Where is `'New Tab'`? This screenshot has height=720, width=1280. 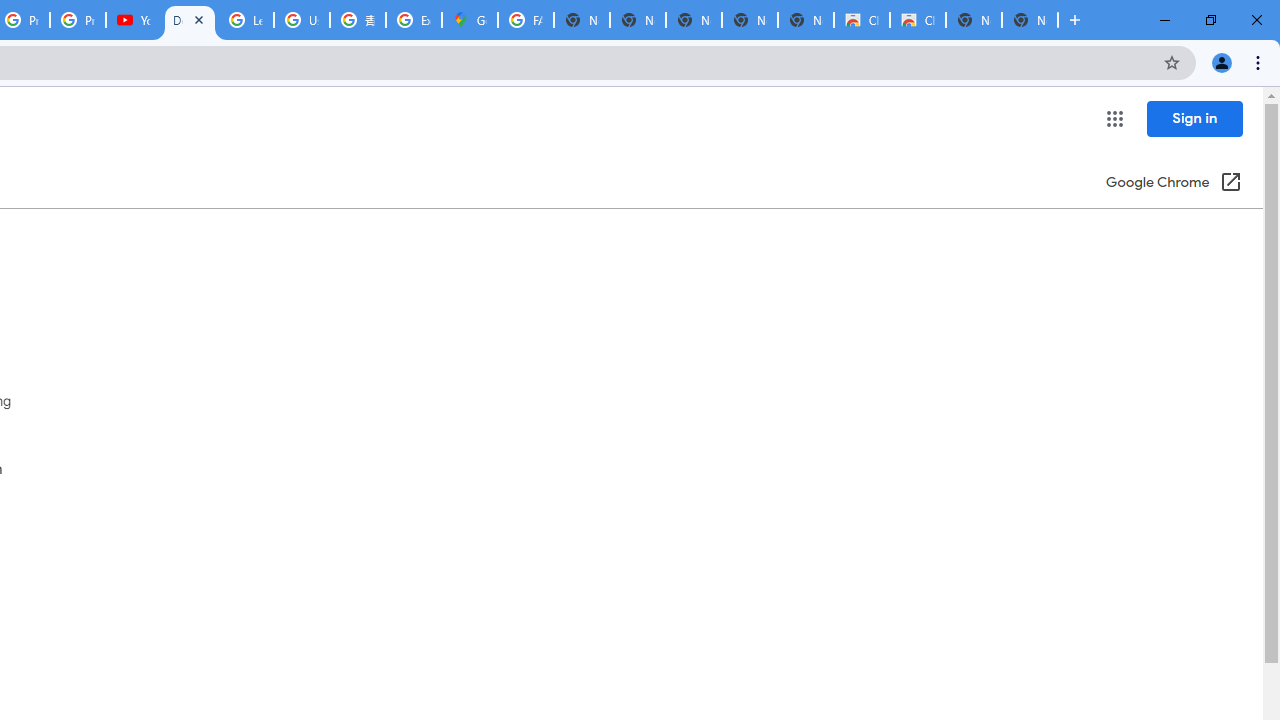 'New Tab' is located at coordinates (1030, 20).